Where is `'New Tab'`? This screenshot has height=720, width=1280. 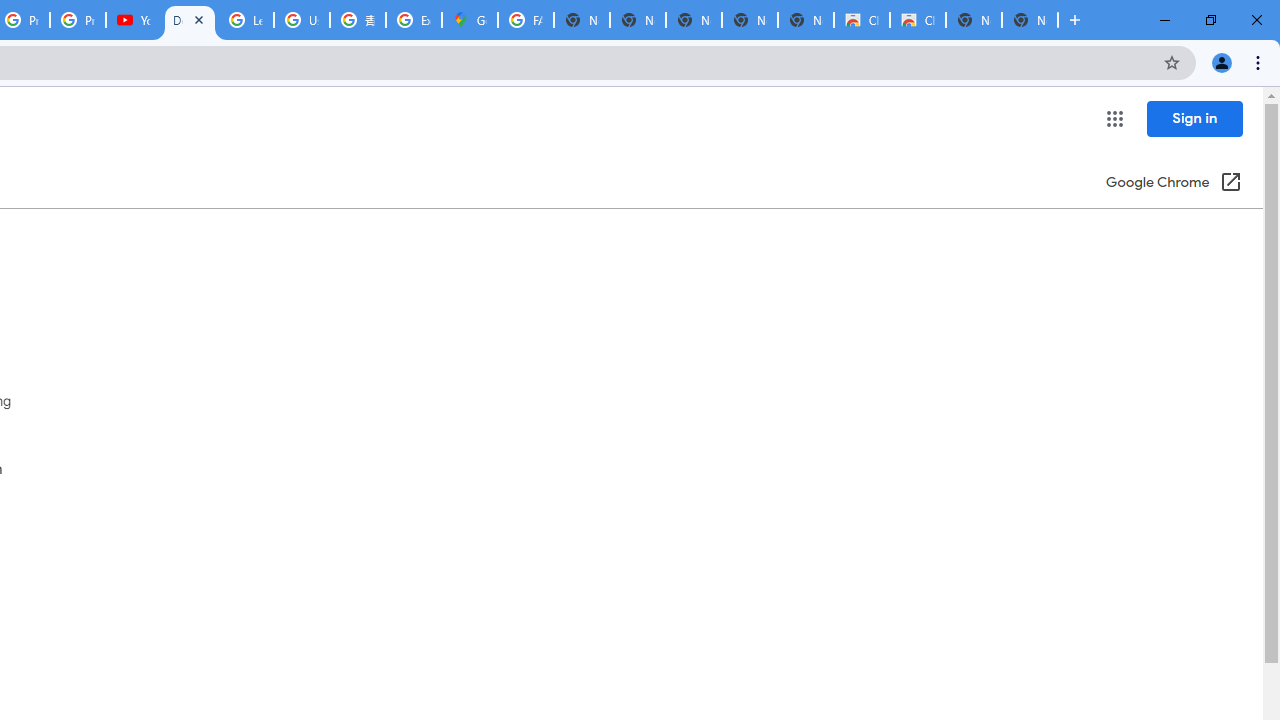 'New Tab' is located at coordinates (1030, 20).